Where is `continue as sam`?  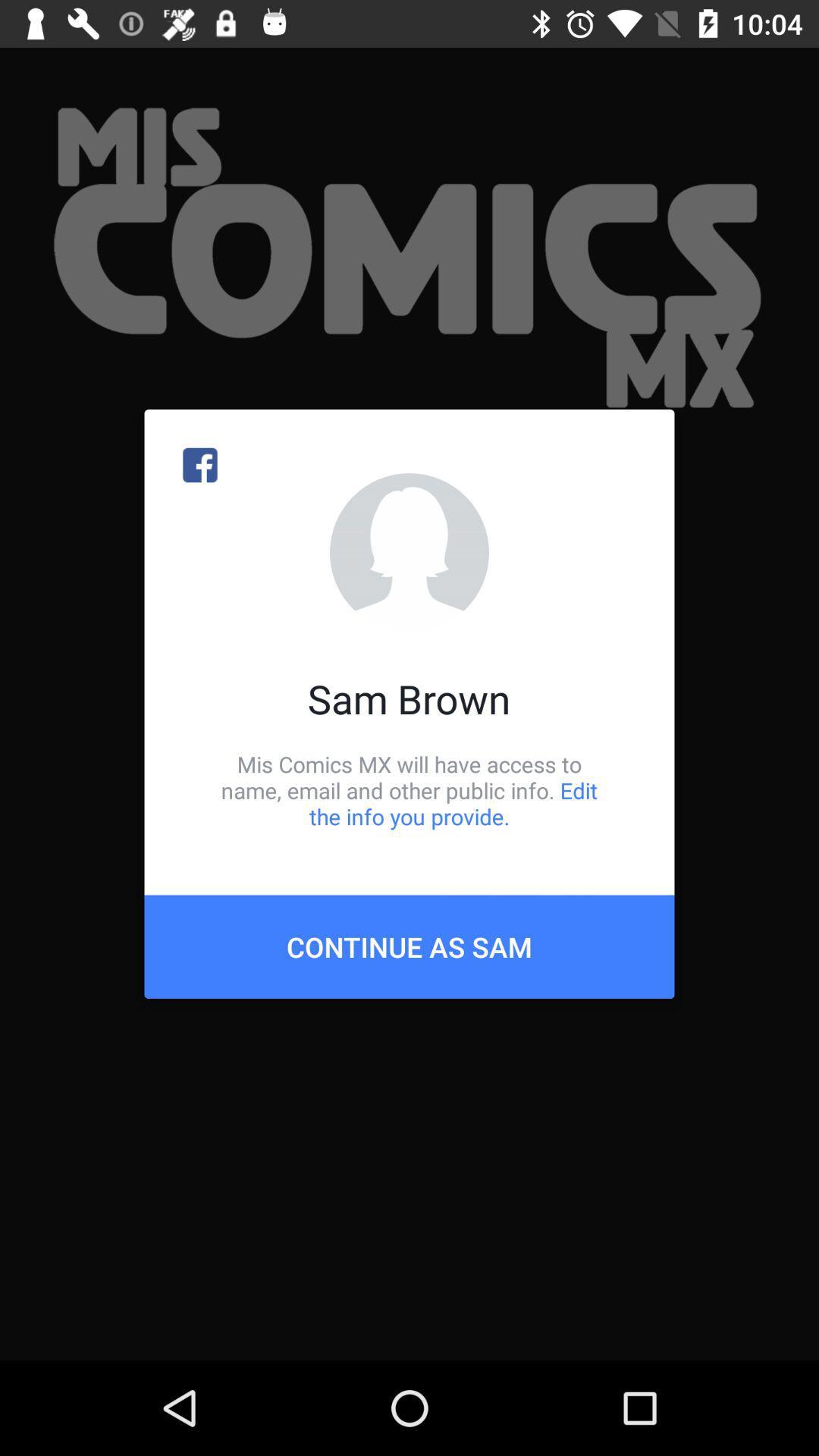
continue as sam is located at coordinates (409, 946).